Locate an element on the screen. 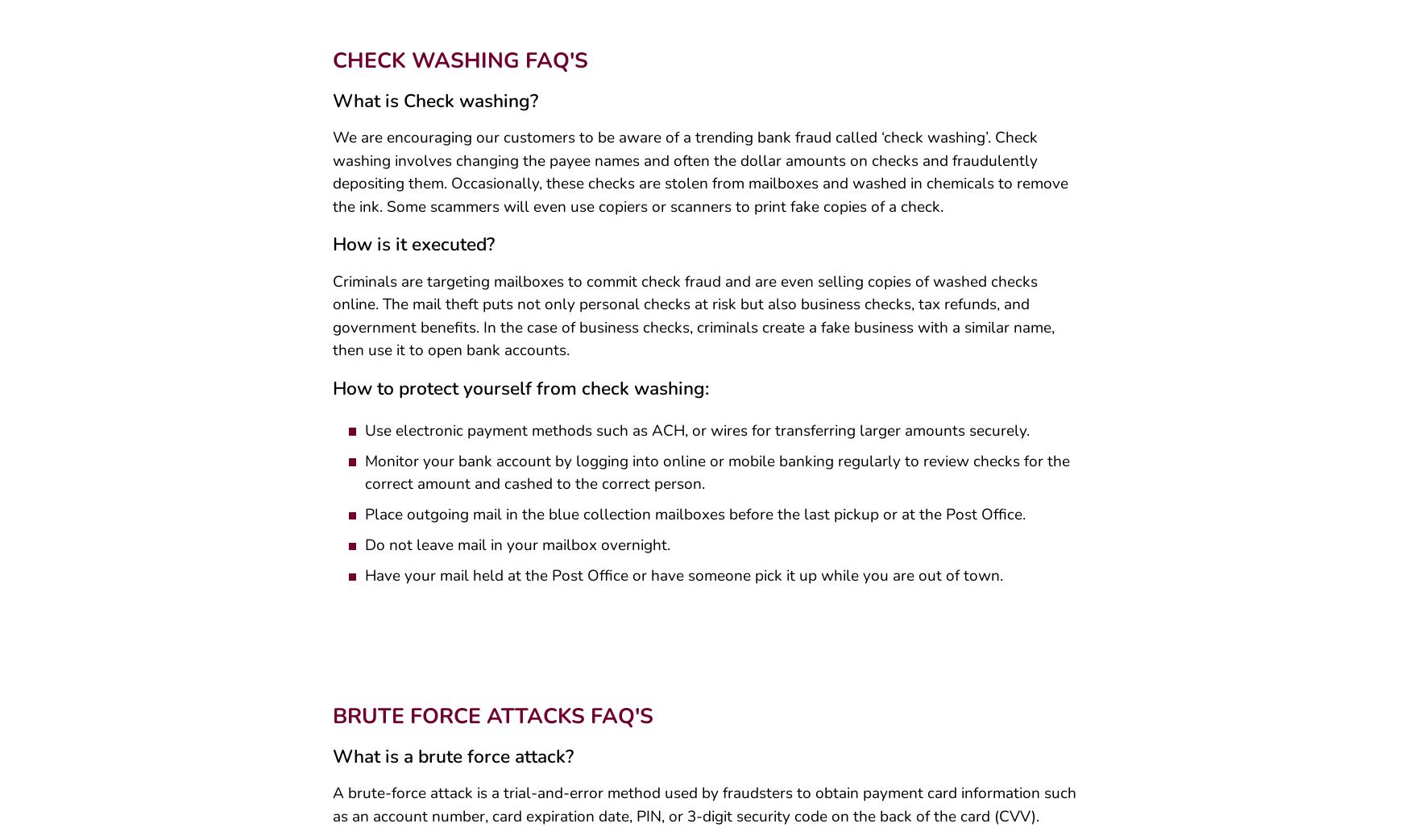 Image resolution: width=1410 pixels, height=840 pixels. 'A brute-force attack is a trial-and-error method used by fraudsters to obtain payment card information such as an account number, card expiration date, PIN, or 3-digit security code on the back of the card (CVV).' is located at coordinates (703, 811).